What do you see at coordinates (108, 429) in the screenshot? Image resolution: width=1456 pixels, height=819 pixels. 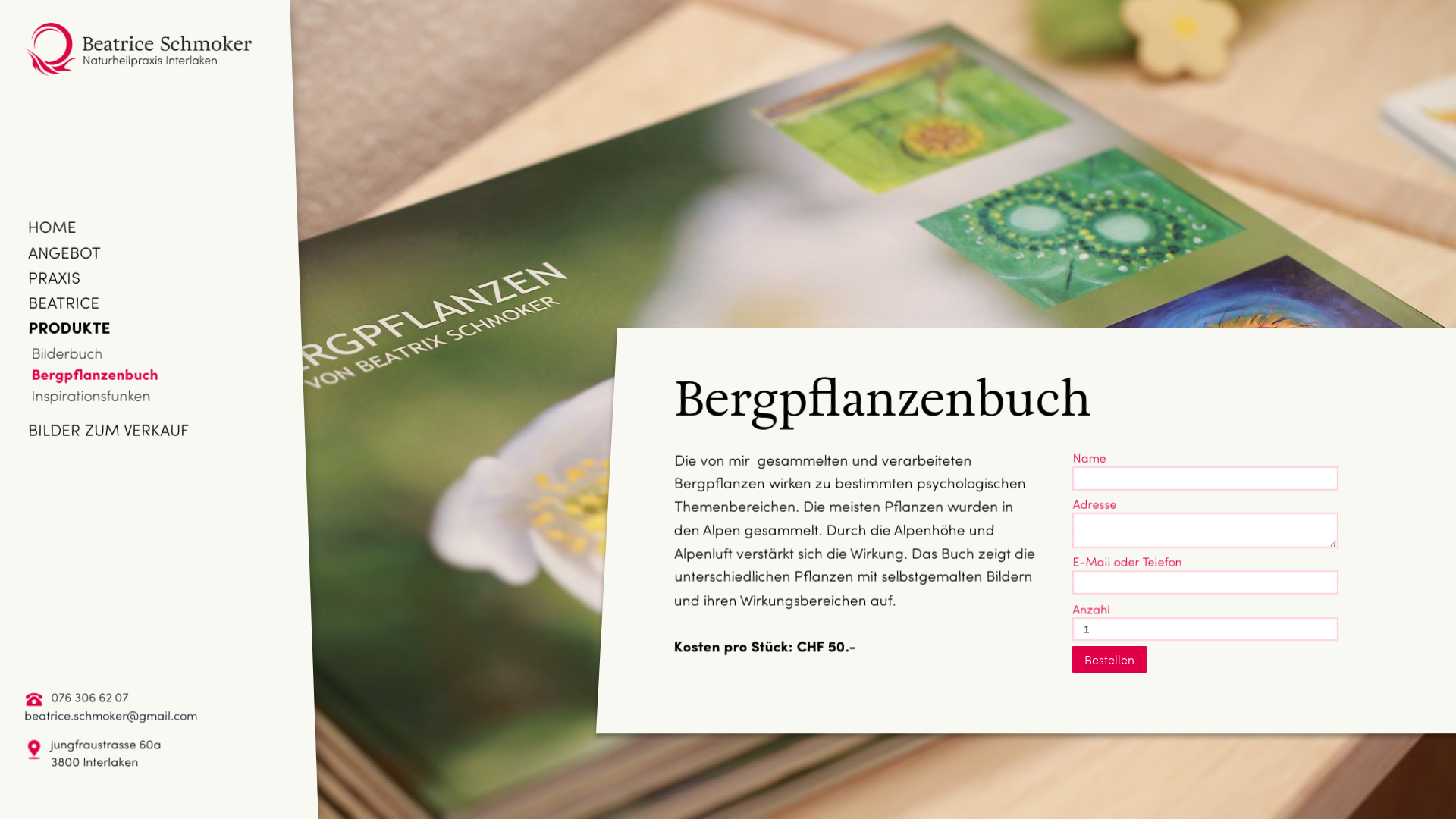 I see `'BILDER ZUM VERKAUF'` at bounding box center [108, 429].